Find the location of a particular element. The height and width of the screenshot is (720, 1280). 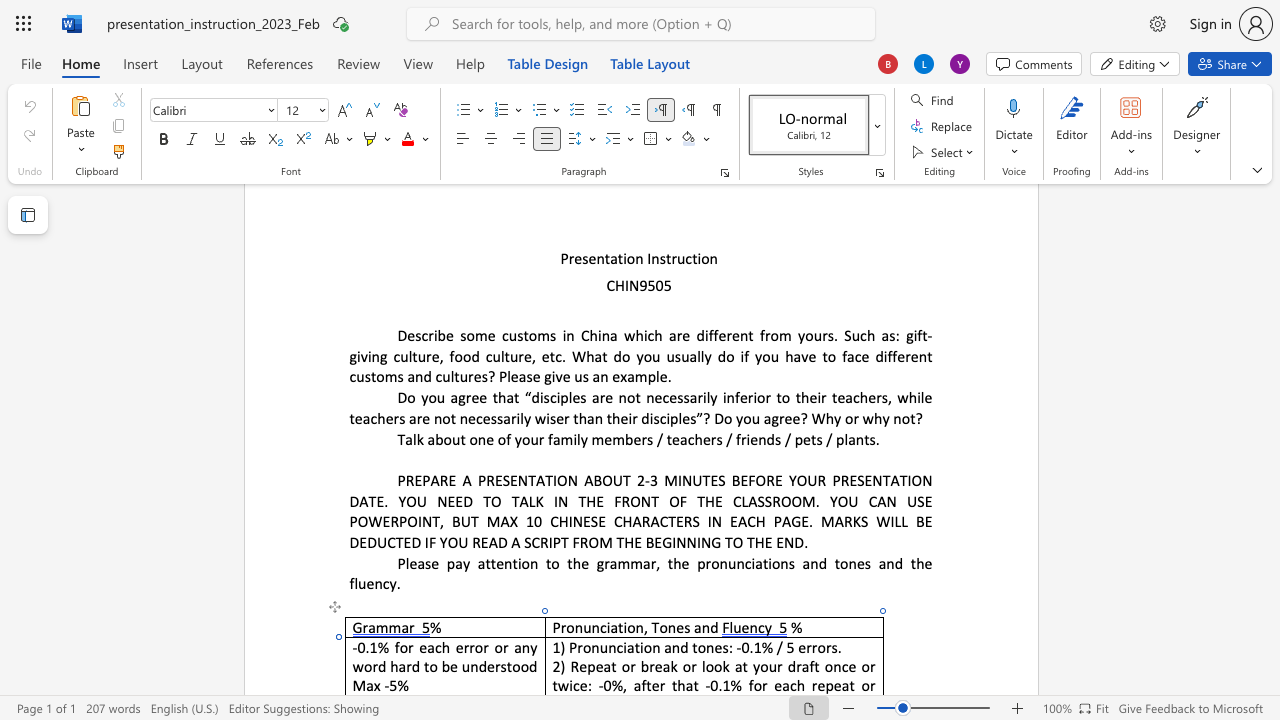

the 1th character "1" in the text is located at coordinates (373, 647).